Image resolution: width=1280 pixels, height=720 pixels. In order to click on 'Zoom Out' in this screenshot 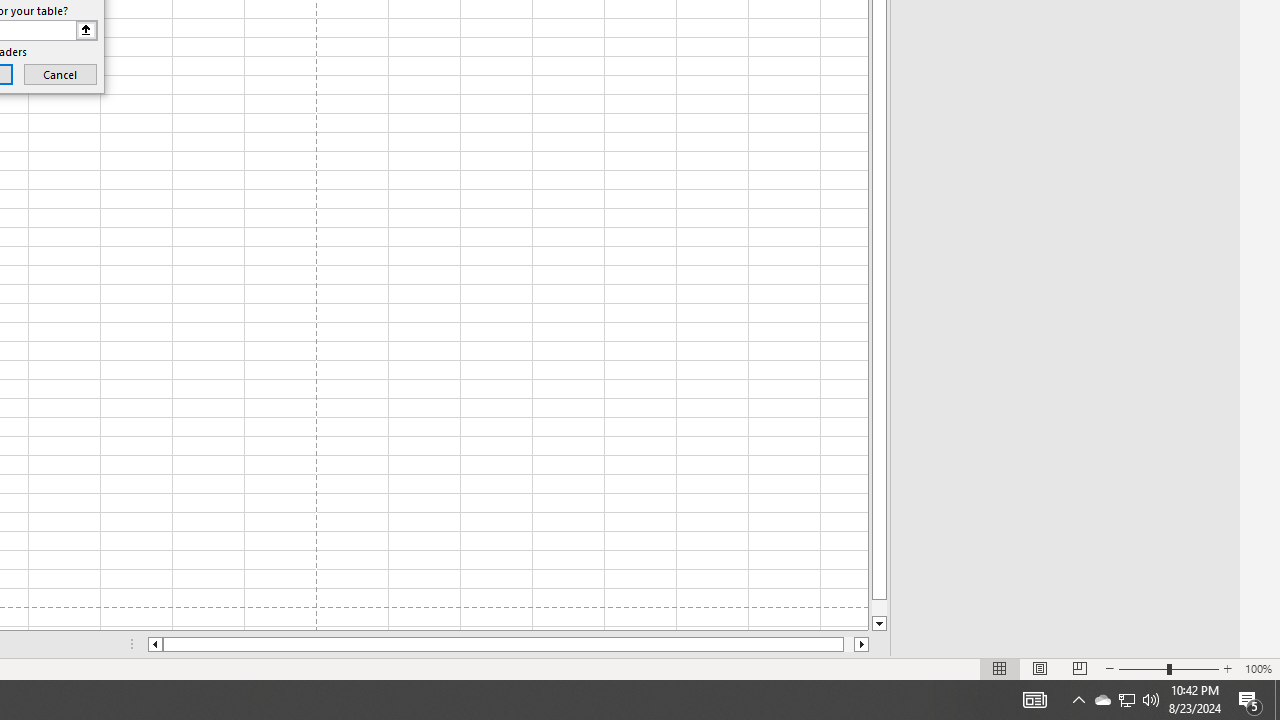, I will do `click(1143, 669)`.